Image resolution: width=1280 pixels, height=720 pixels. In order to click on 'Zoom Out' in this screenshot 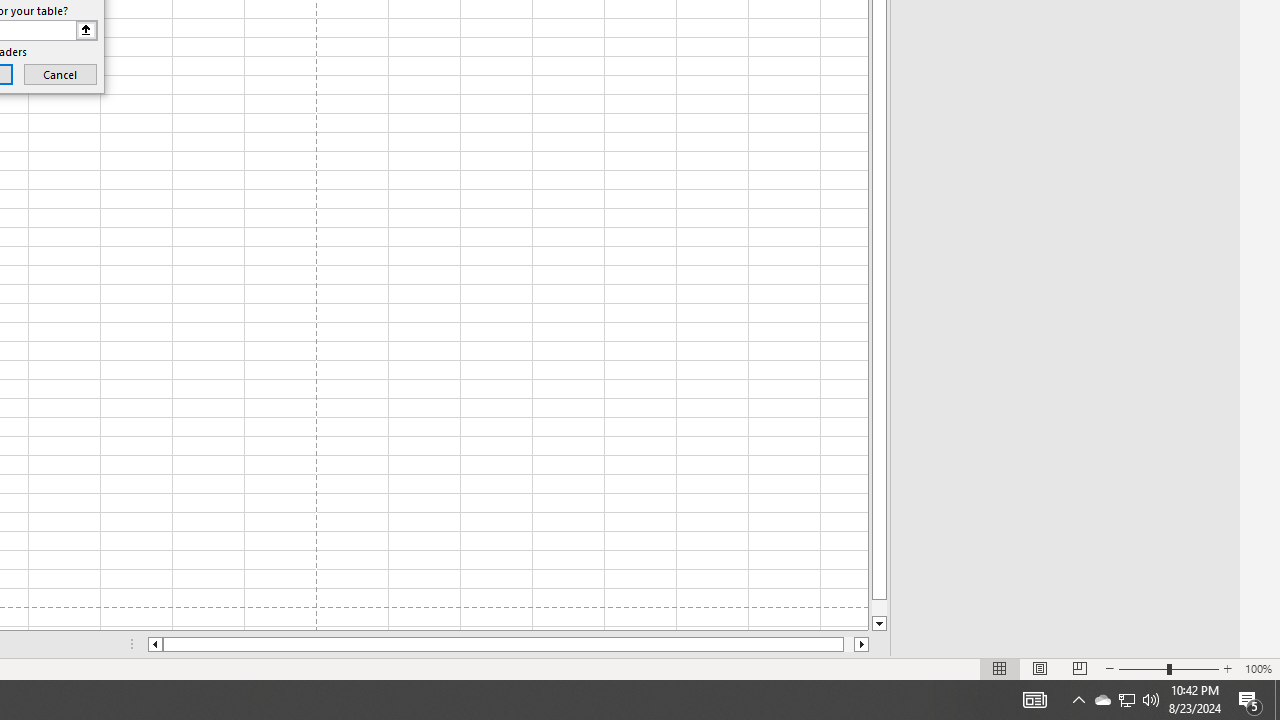, I will do `click(1143, 669)`.